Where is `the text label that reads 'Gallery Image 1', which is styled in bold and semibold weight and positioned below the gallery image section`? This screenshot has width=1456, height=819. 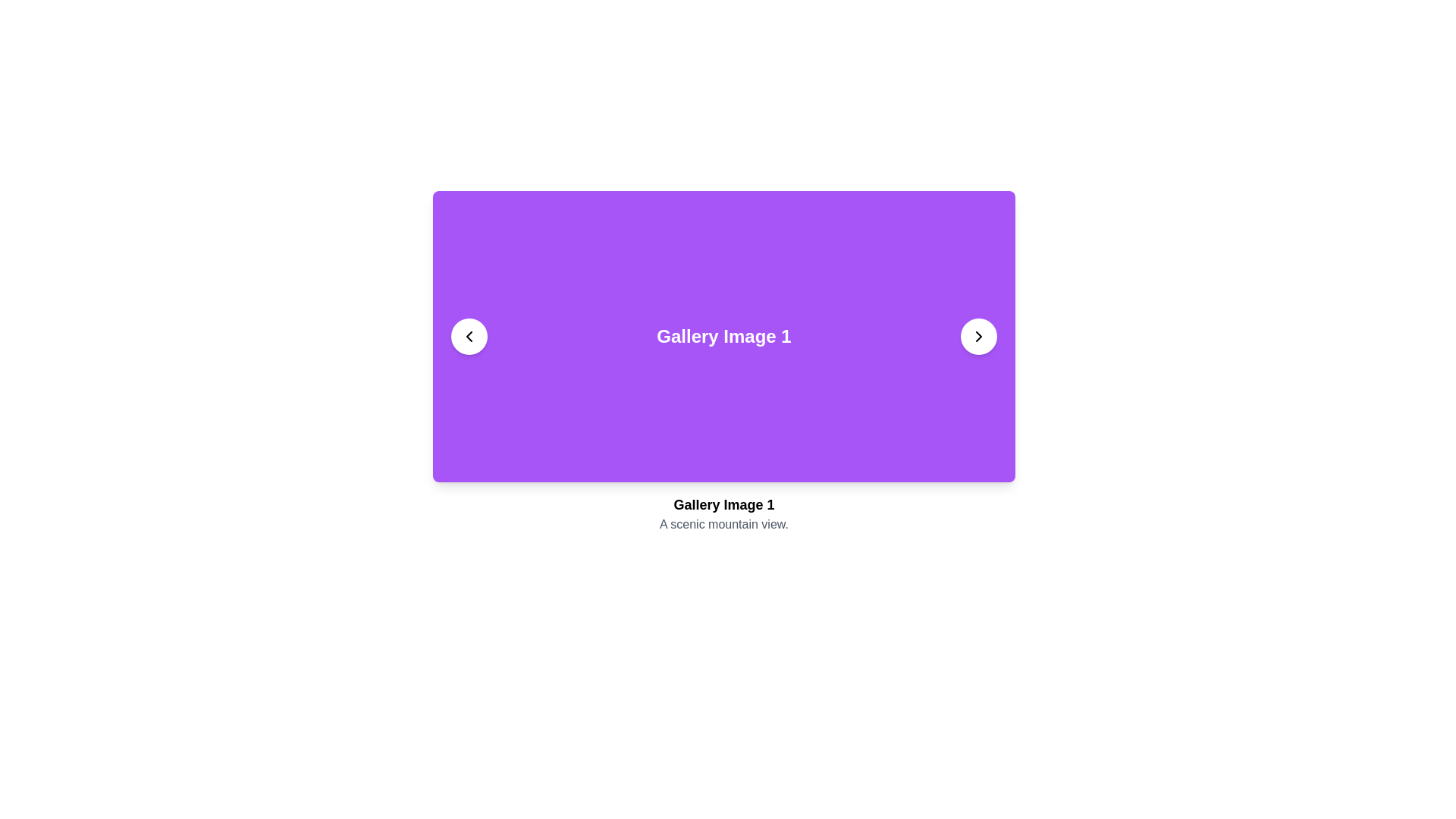 the text label that reads 'Gallery Image 1', which is styled in bold and semibold weight and positioned below the gallery image section is located at coordinates (723, 505).